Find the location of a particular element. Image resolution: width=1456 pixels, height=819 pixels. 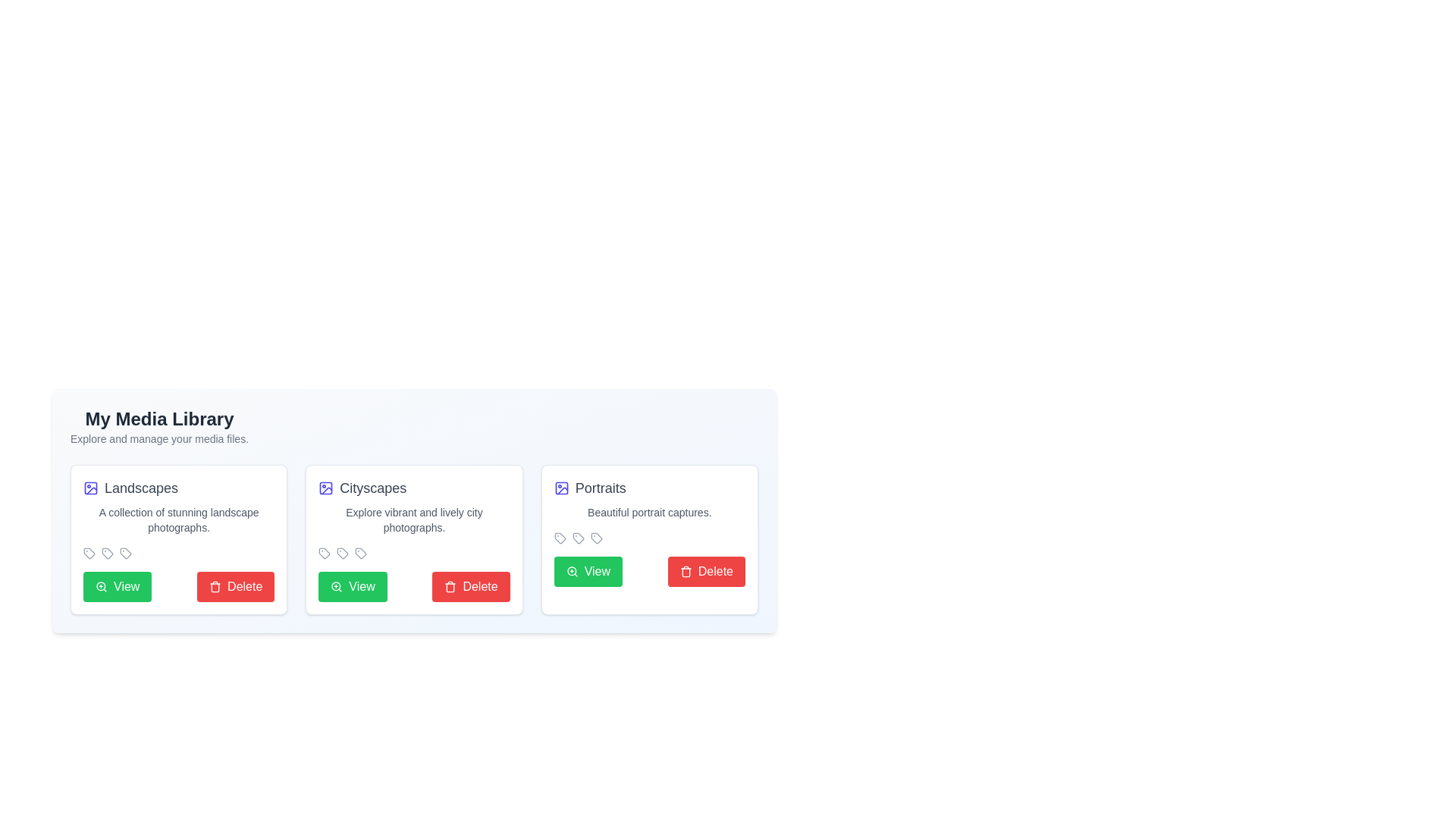

the Tag Icon, which is a small, gray, tag-shaped component located at the center of the horizontal group of icons near the top of the 'Landscapes' card is located at coordinates (107, 553).